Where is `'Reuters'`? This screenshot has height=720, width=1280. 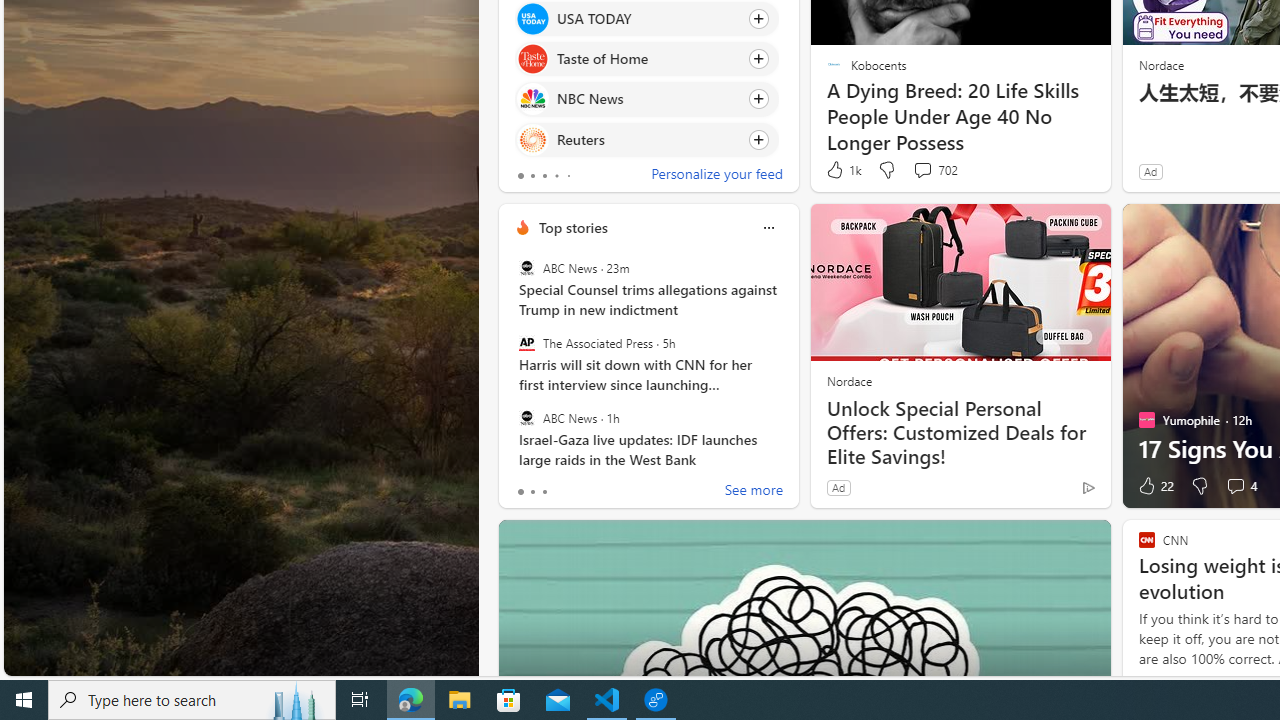 'Reuters' is located at coordinates (532, 138).